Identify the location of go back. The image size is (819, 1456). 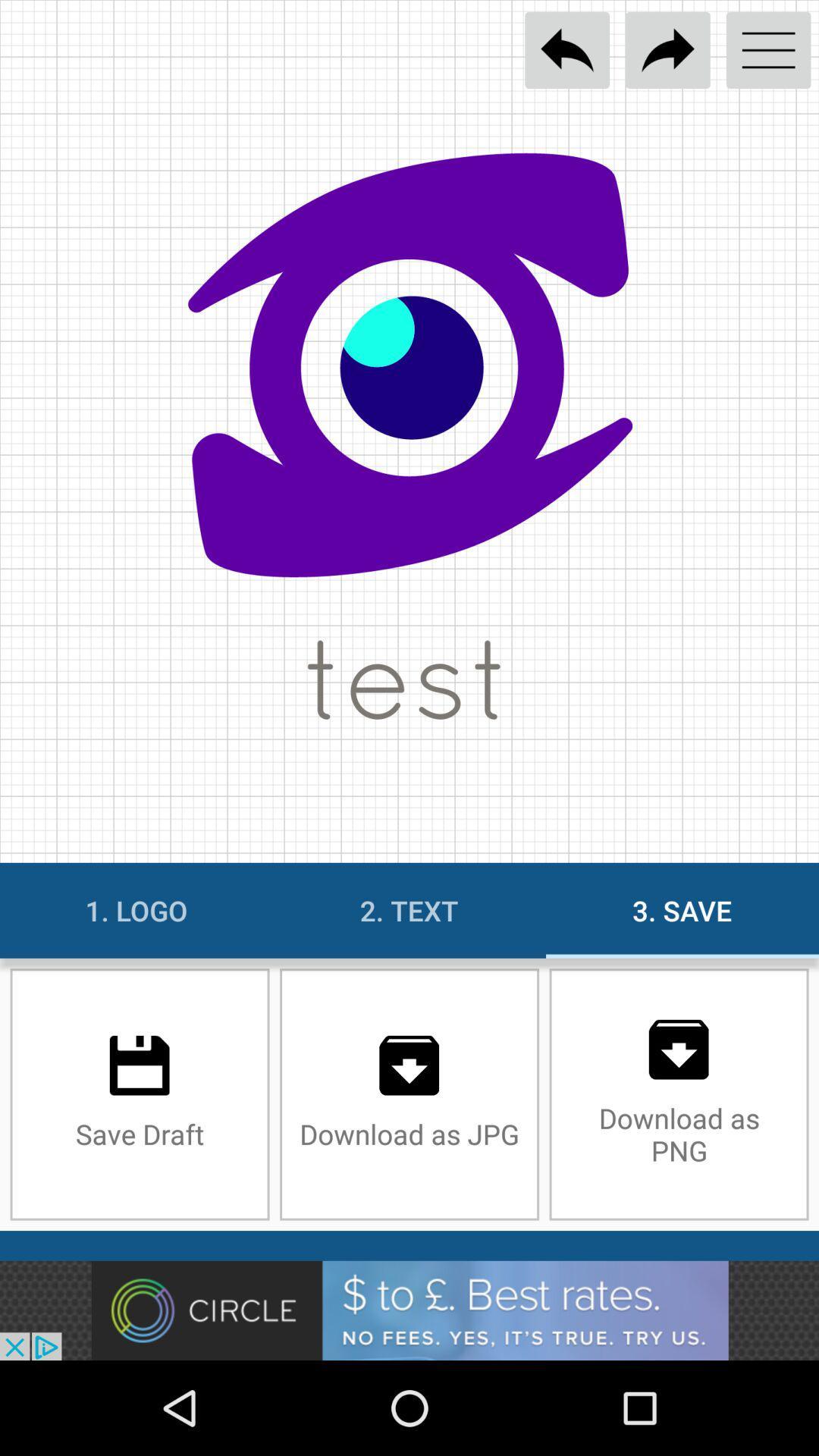
(567, 50).